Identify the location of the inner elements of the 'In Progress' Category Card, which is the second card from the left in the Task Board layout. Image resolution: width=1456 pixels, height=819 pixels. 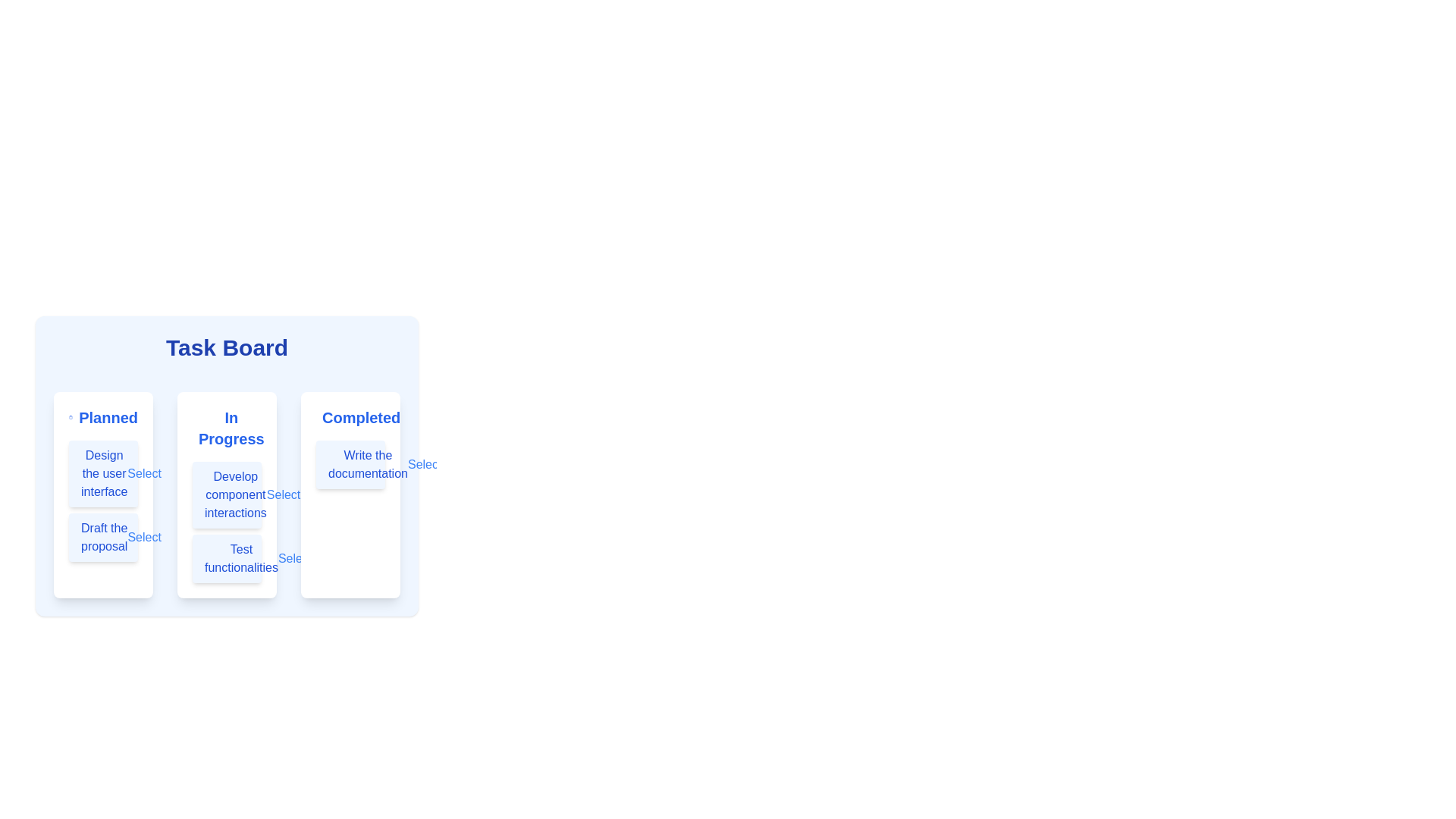
(226, 465).